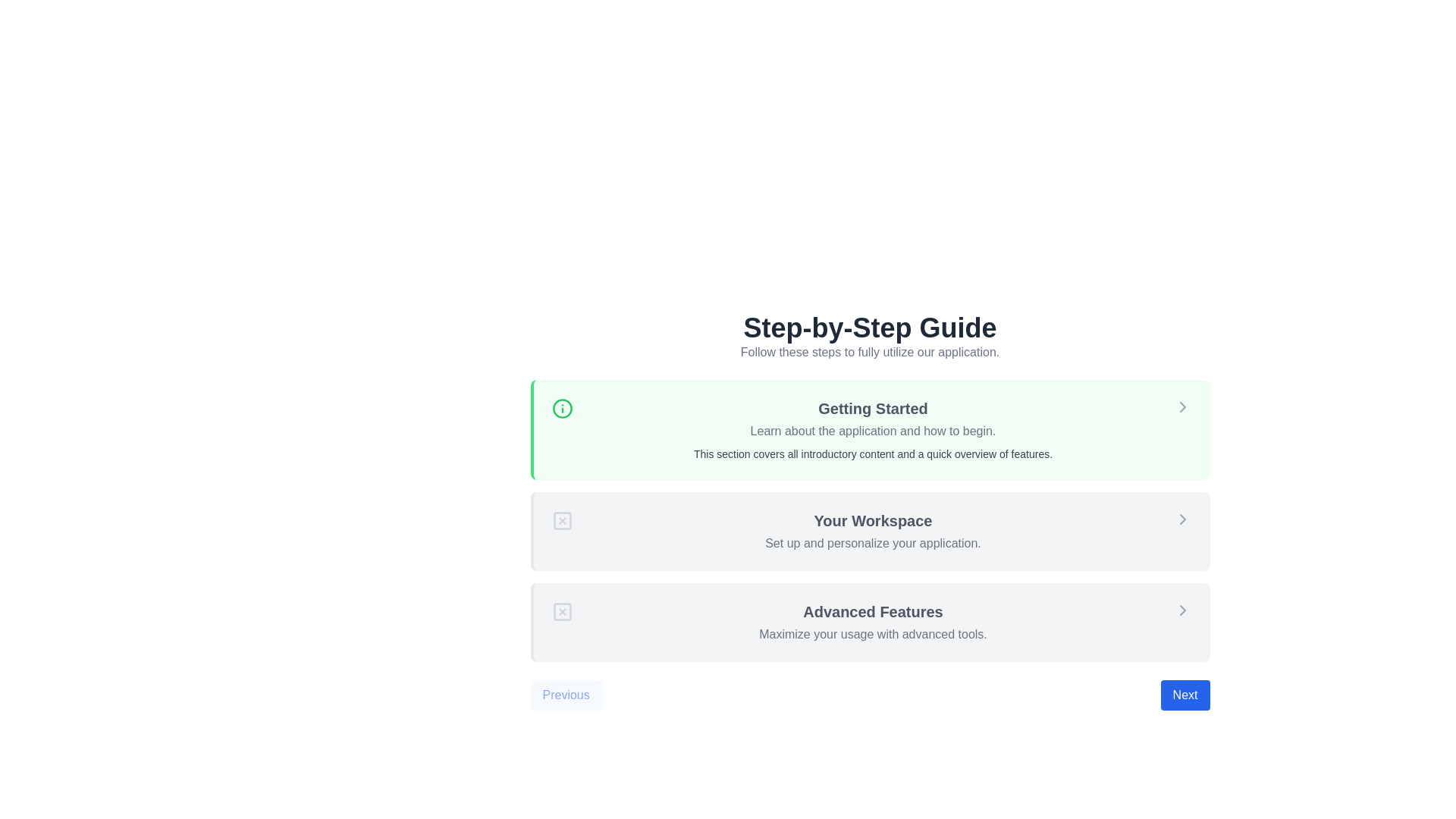  What do you see at coordinates (561, 408) in the screenshot?
I see `the green circular icon with a white background and an outlined border, located in the 'Getting Started' section` at bounding box center [561, 408].